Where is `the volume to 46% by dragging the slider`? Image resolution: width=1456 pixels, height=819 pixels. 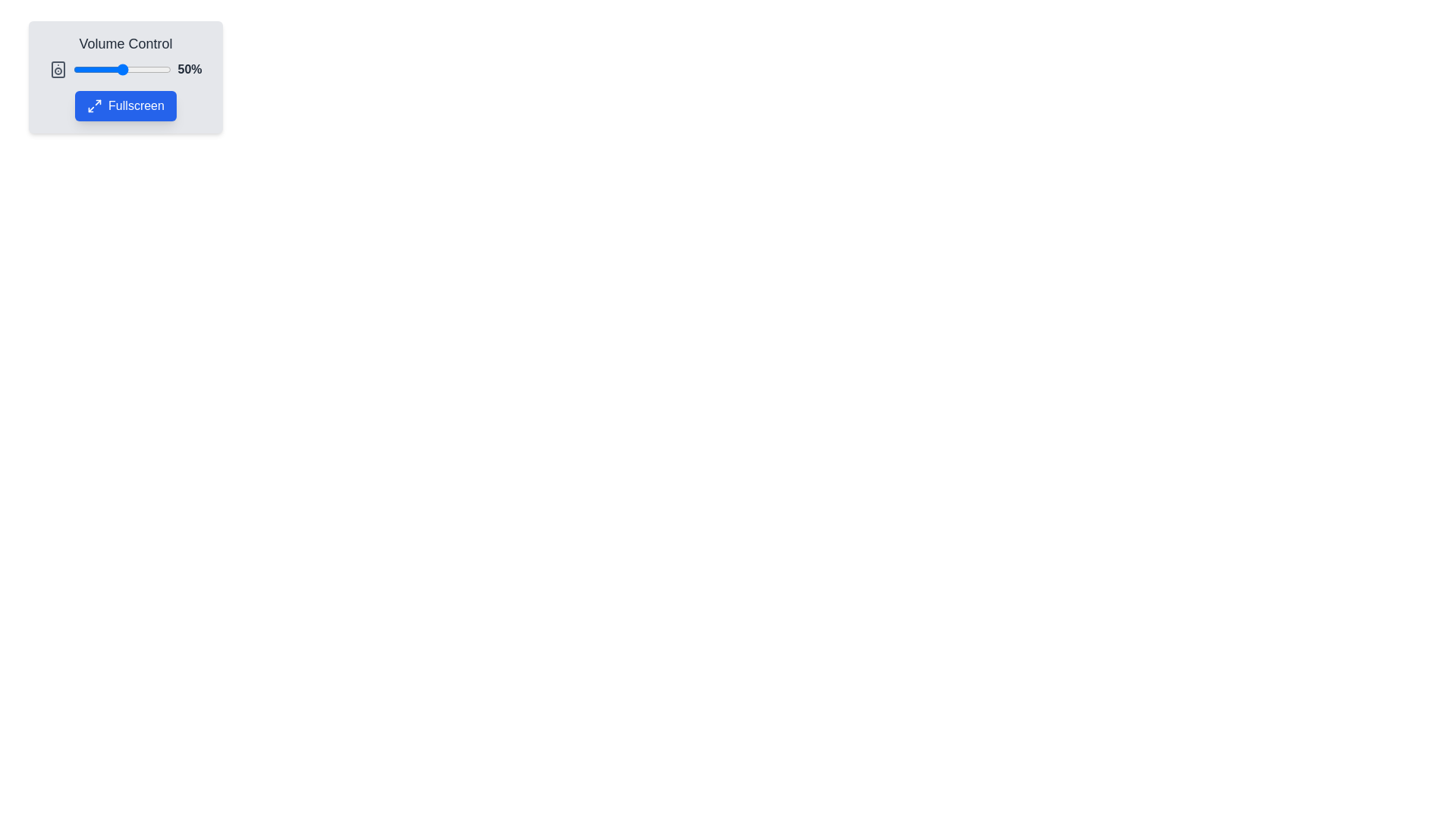
the volume to 46% by dragging the slider is located at coordinates (118, 70).